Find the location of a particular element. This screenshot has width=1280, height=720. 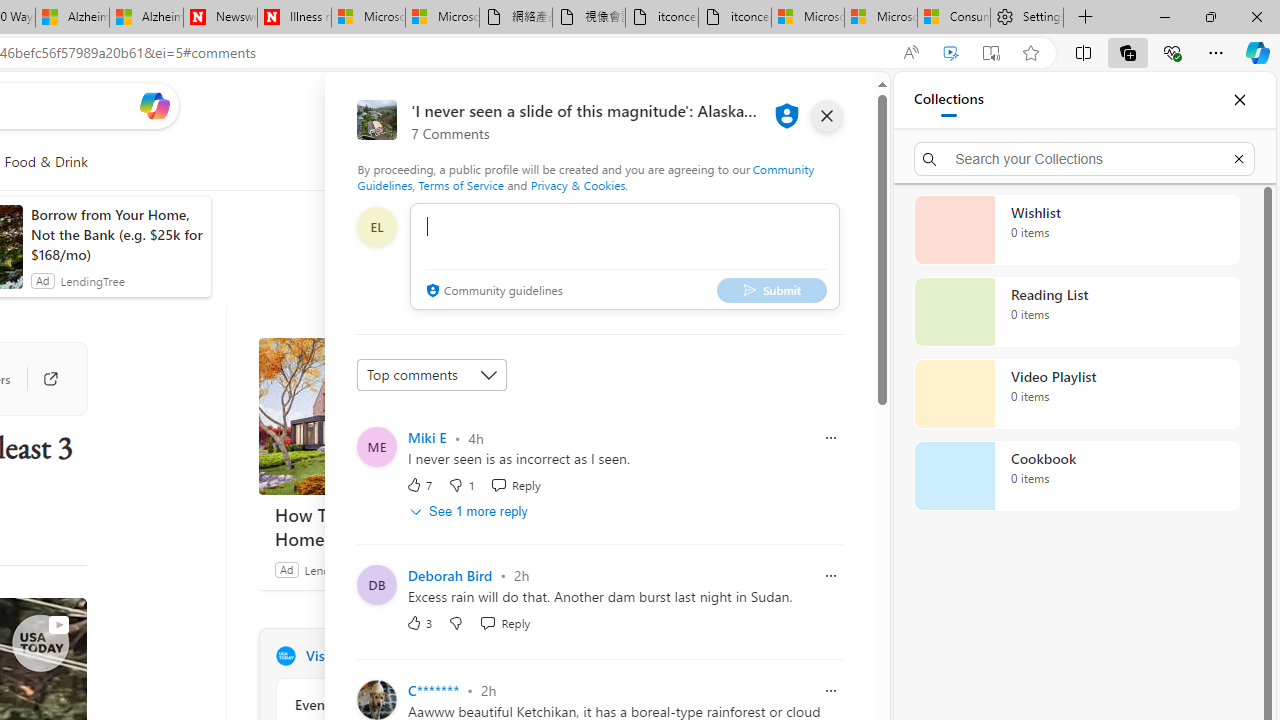

'Video Playlist collection, 0 items' is located at coordinates (1076, 394).